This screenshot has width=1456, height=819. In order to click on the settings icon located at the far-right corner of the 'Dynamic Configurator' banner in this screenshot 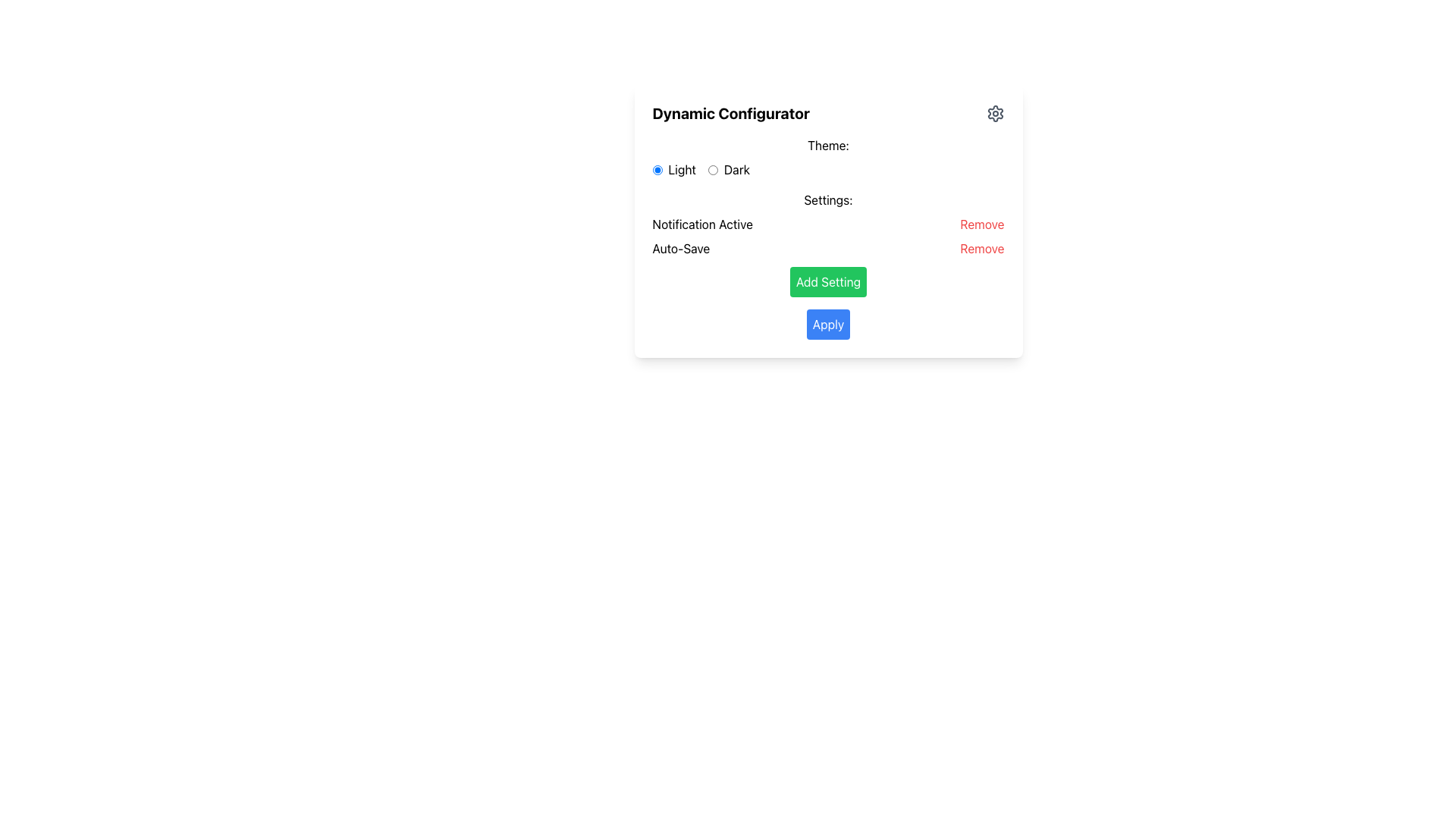, I will do `click(995, 113)`.